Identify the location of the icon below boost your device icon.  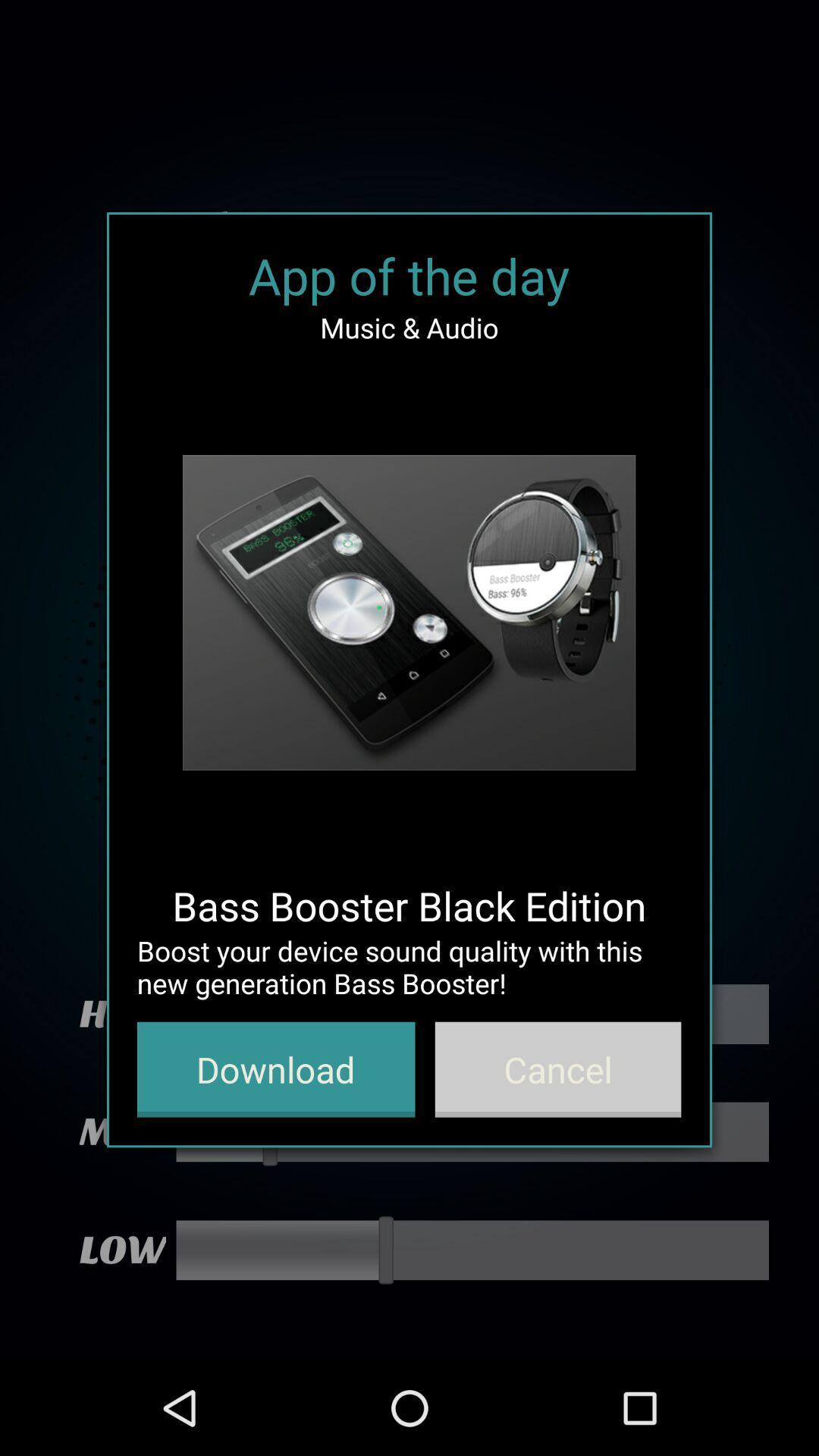
(558, 1068).